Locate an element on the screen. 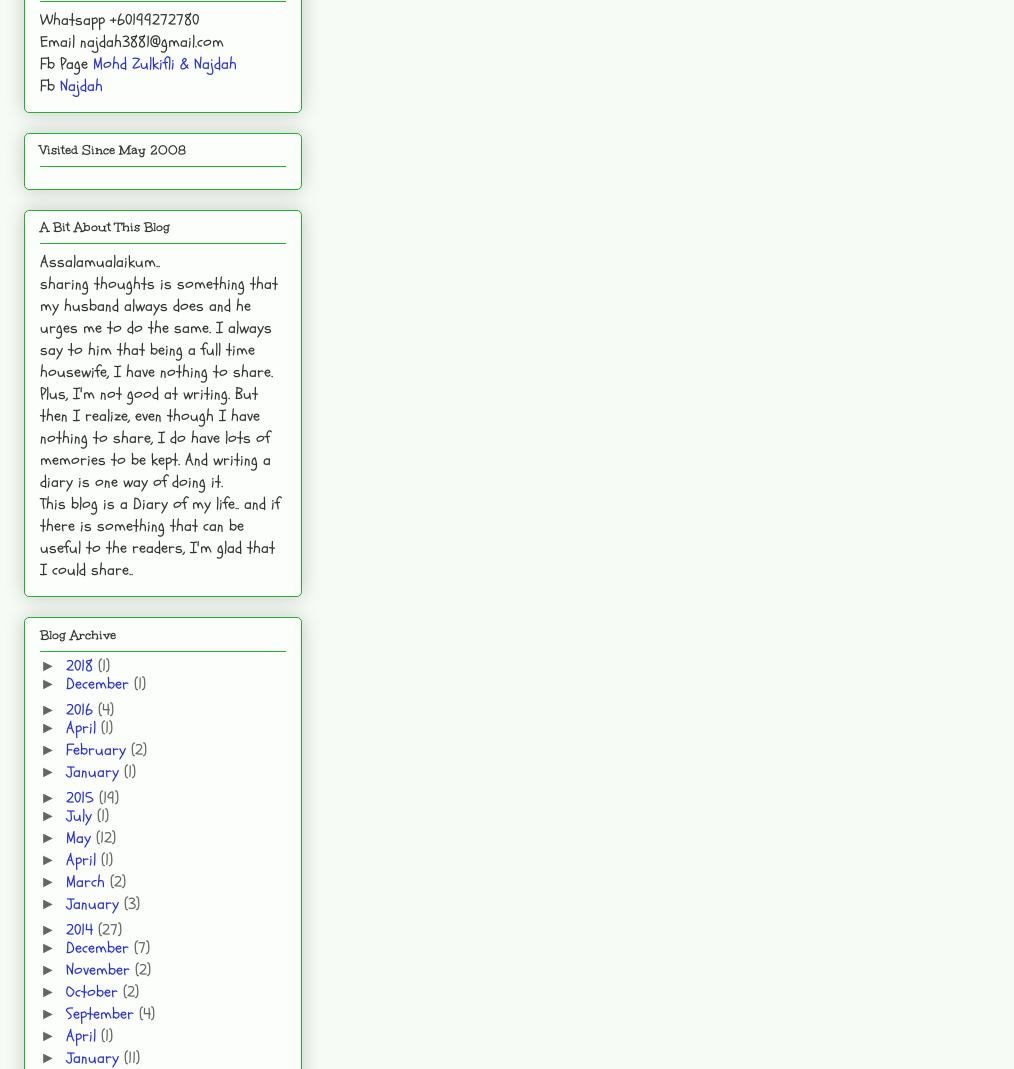  '(3)' is located at coordinates (122, 901).